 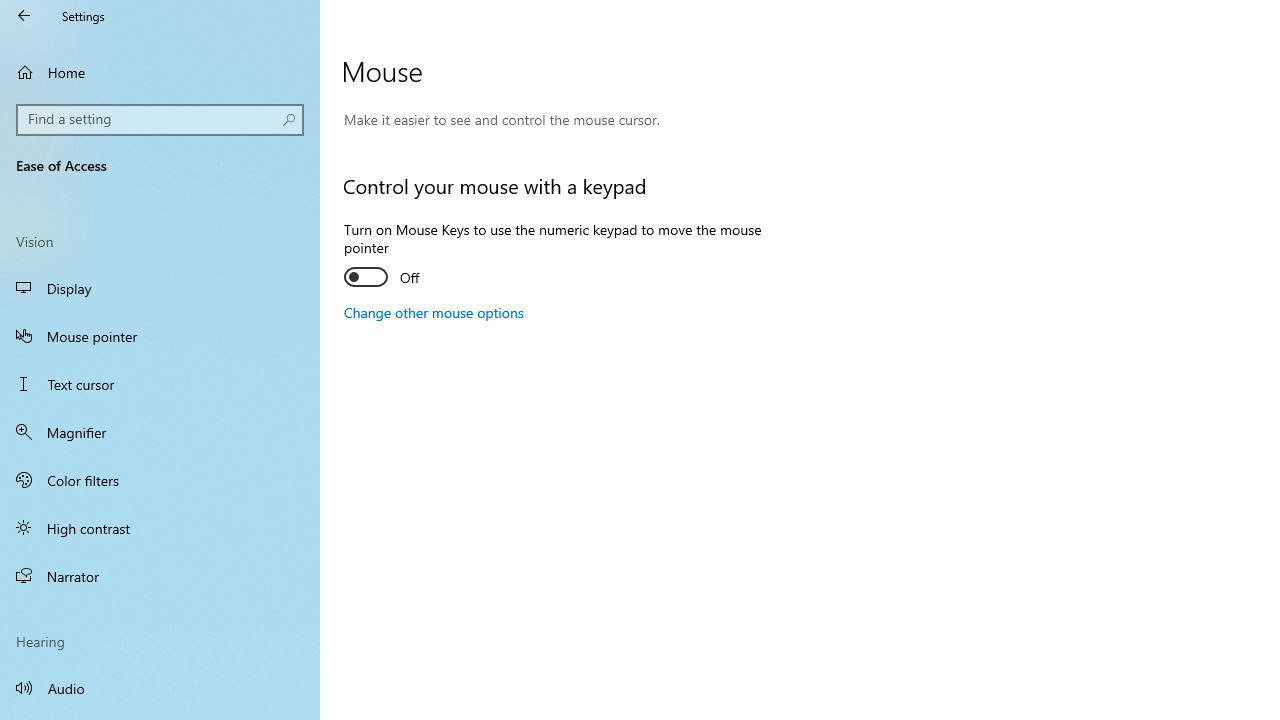 What do you see at coordinates (160, 119) in the screenshot?
I see `'Search box, Find a setting'` at bounding box center [160, 119].